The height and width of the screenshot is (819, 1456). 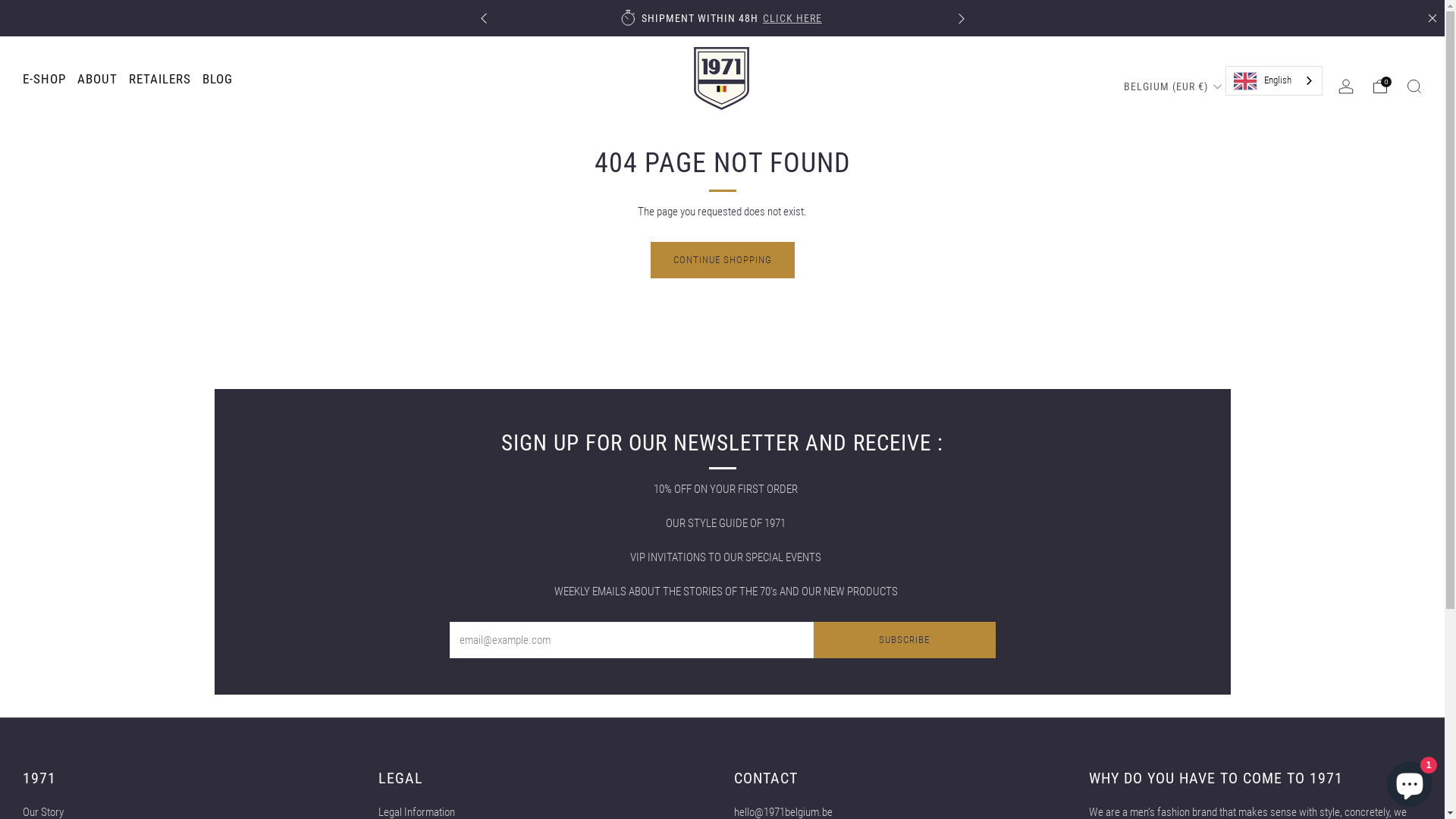 What do you see at coordinates (792, 17) in the screenshot?
I see `'CLICK HERE'` at bounding box center [792, 17].